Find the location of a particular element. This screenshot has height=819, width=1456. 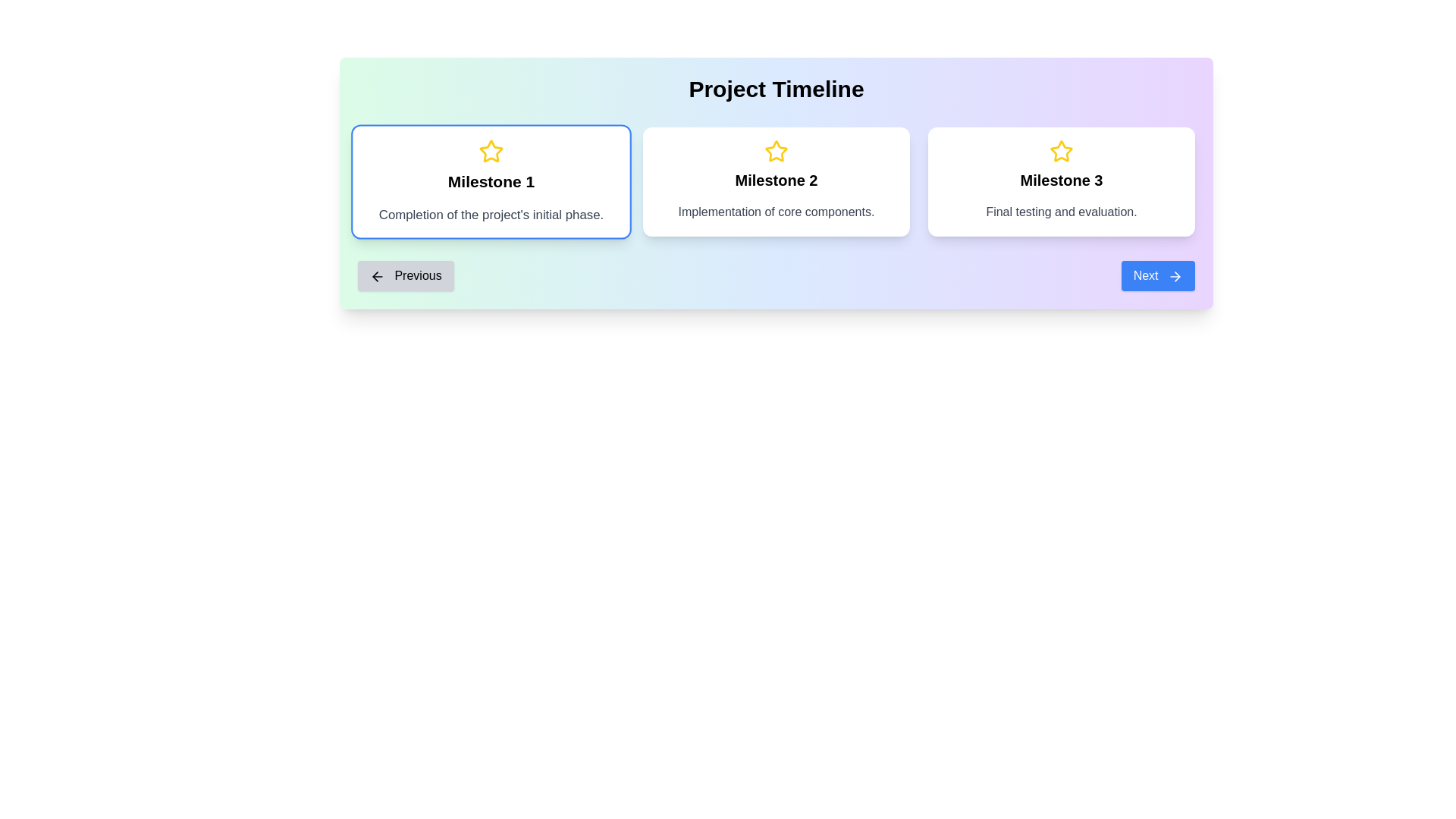

the yellow star icon located above the text 'Milestone 2' in the central card of the three-card layout for accessibility interactions is located at coordinates (776, 151).